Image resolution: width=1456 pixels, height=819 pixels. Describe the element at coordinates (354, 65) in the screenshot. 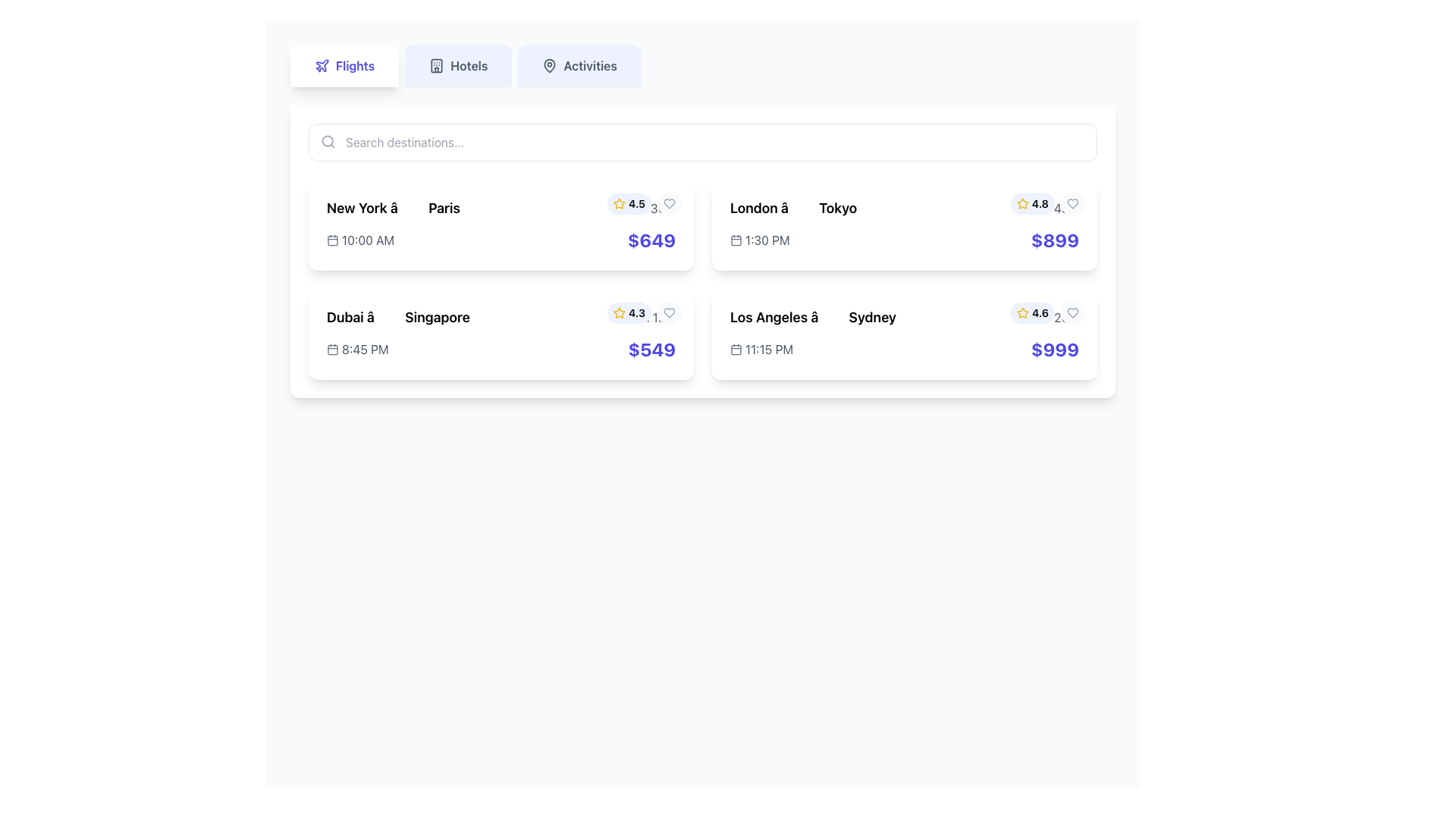

I see `the 'Flights' text label within the first tab of the navigation menu` at that location.